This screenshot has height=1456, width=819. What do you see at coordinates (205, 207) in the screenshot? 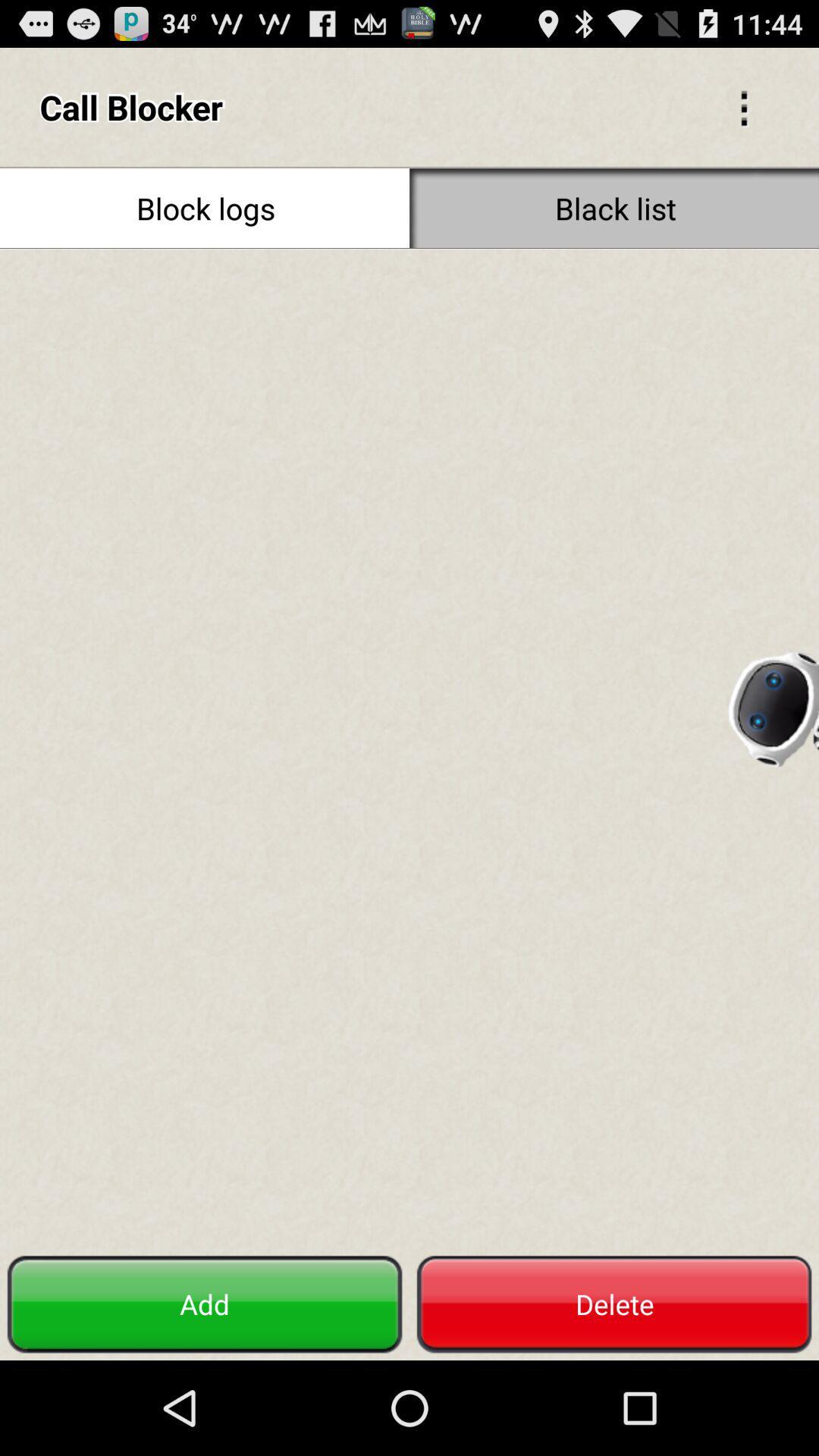
I see `icon at the top left corner` at bounding box center [205, 207].